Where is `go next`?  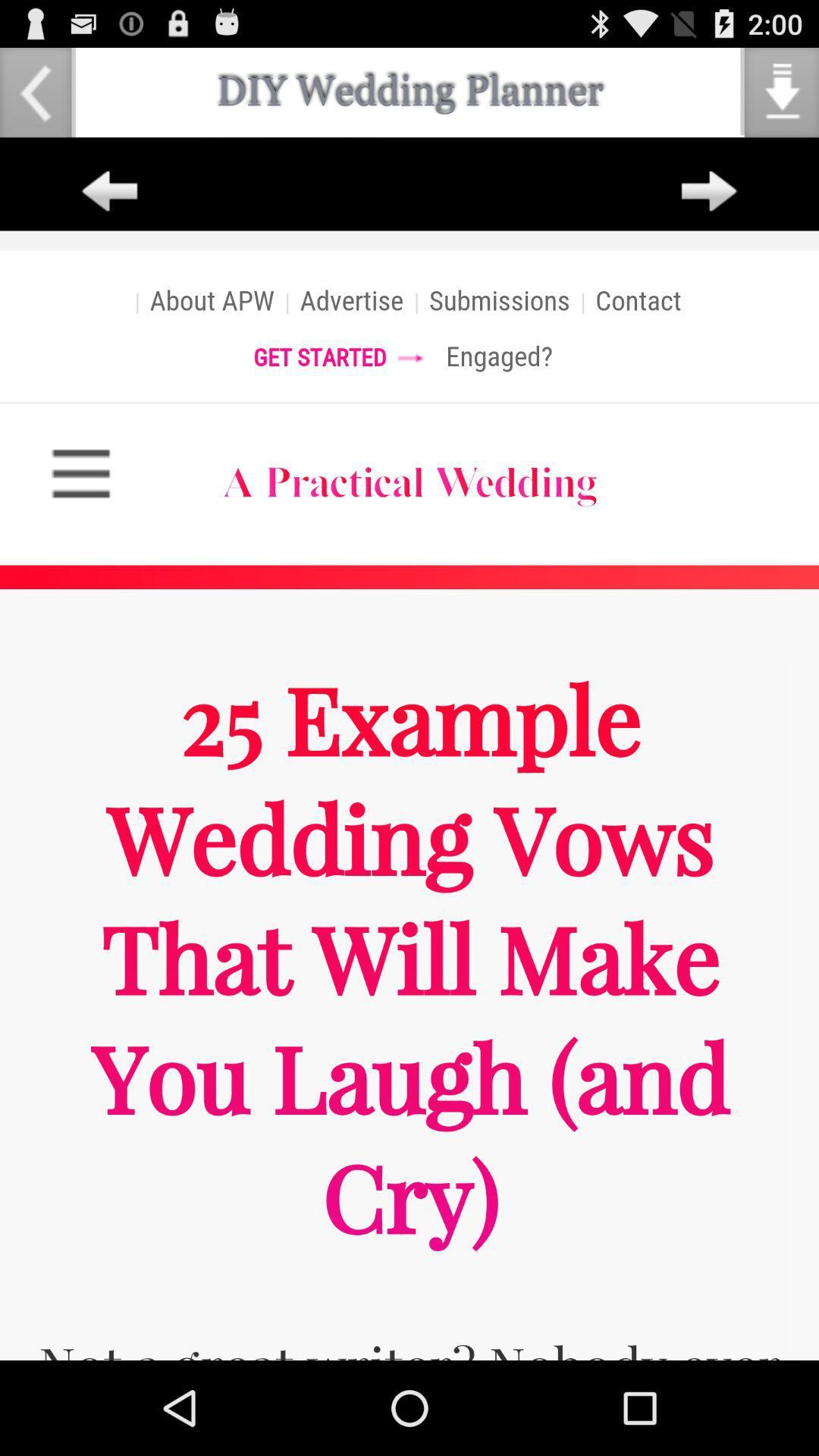 go next is located at coordinates (709, 191).